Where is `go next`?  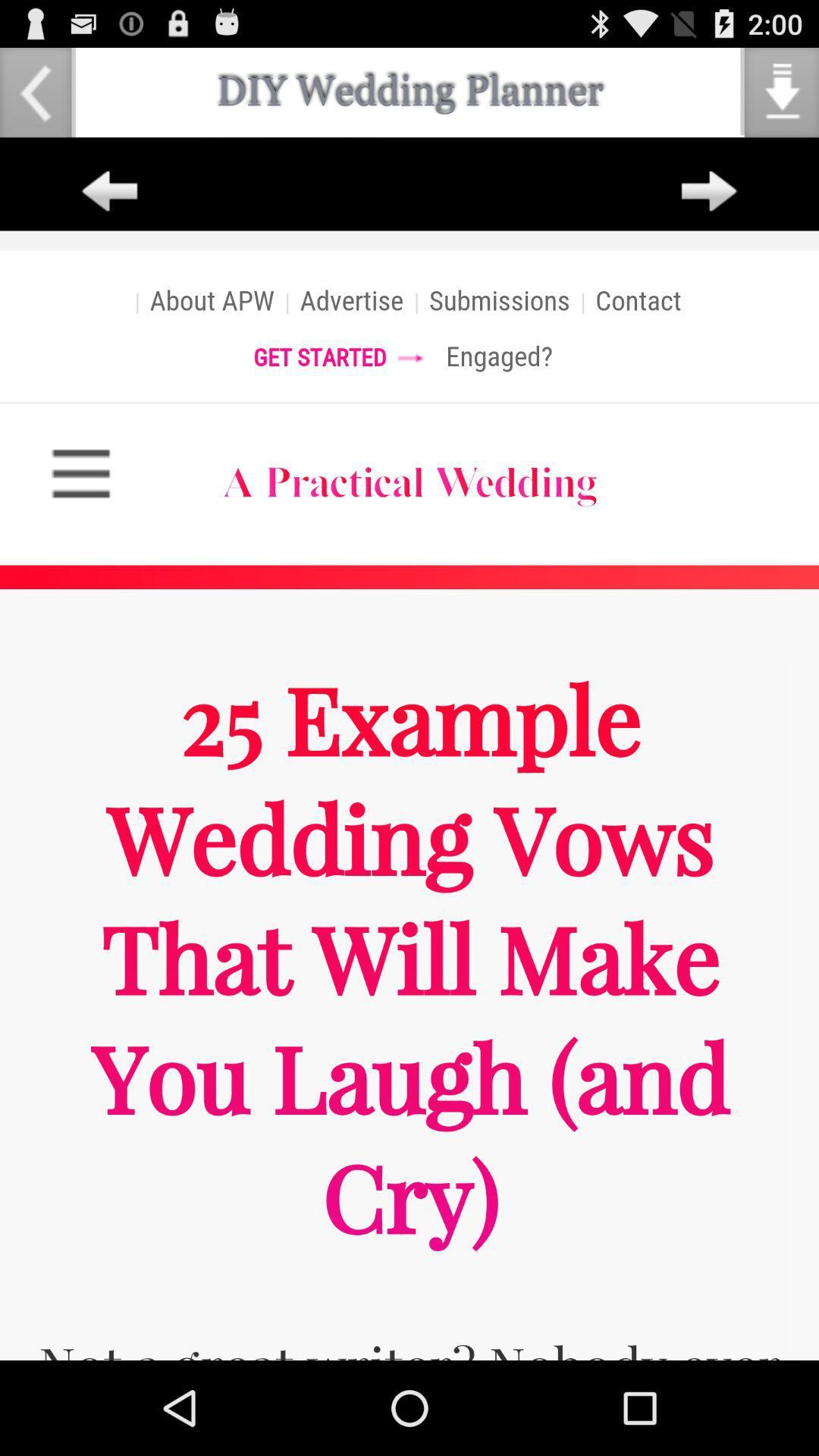 go next is located at coordinates (709, 191).